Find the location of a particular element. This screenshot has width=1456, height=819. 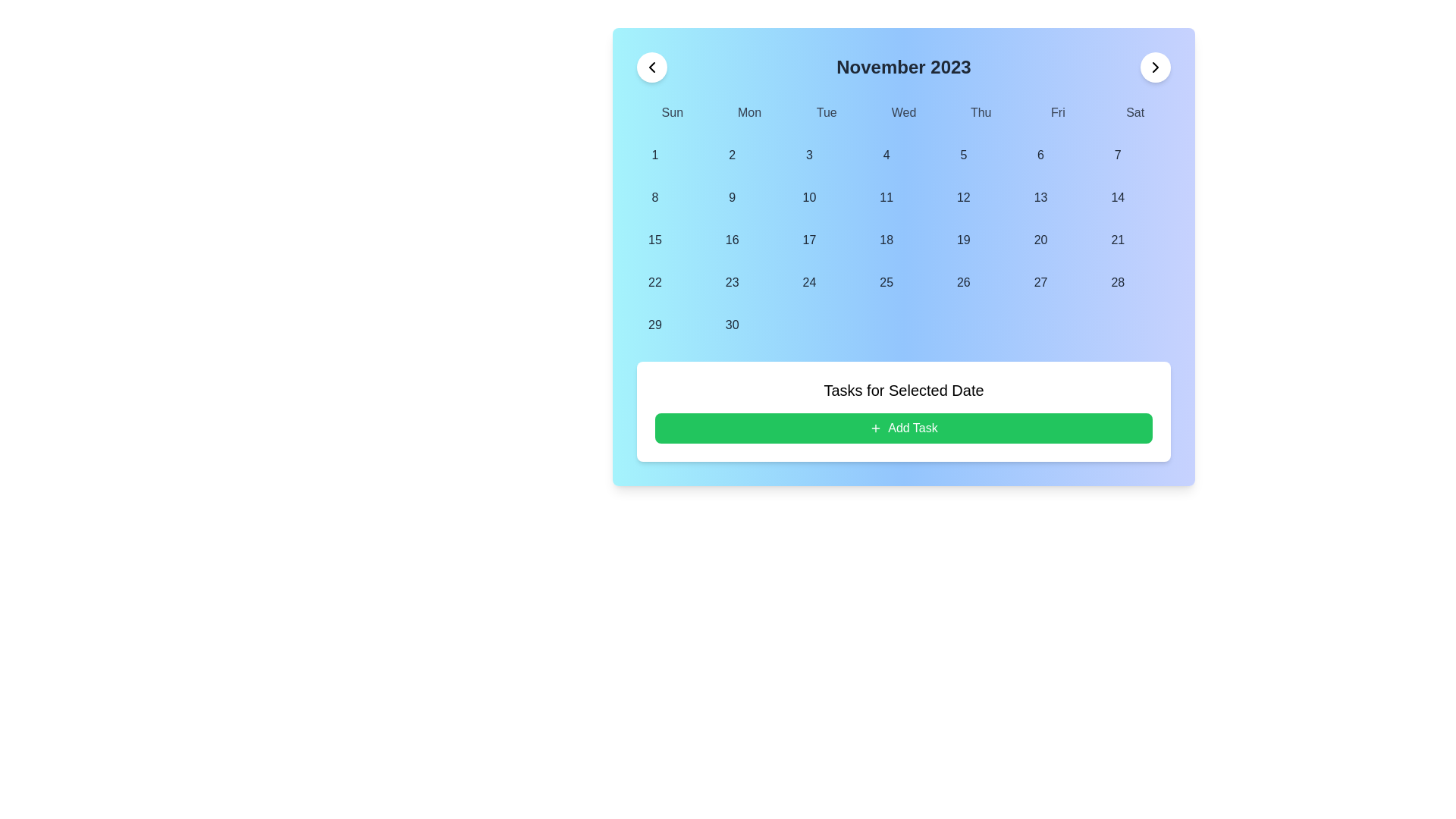

the label displaying 'Fri' is located at coordinates (1057, 112).